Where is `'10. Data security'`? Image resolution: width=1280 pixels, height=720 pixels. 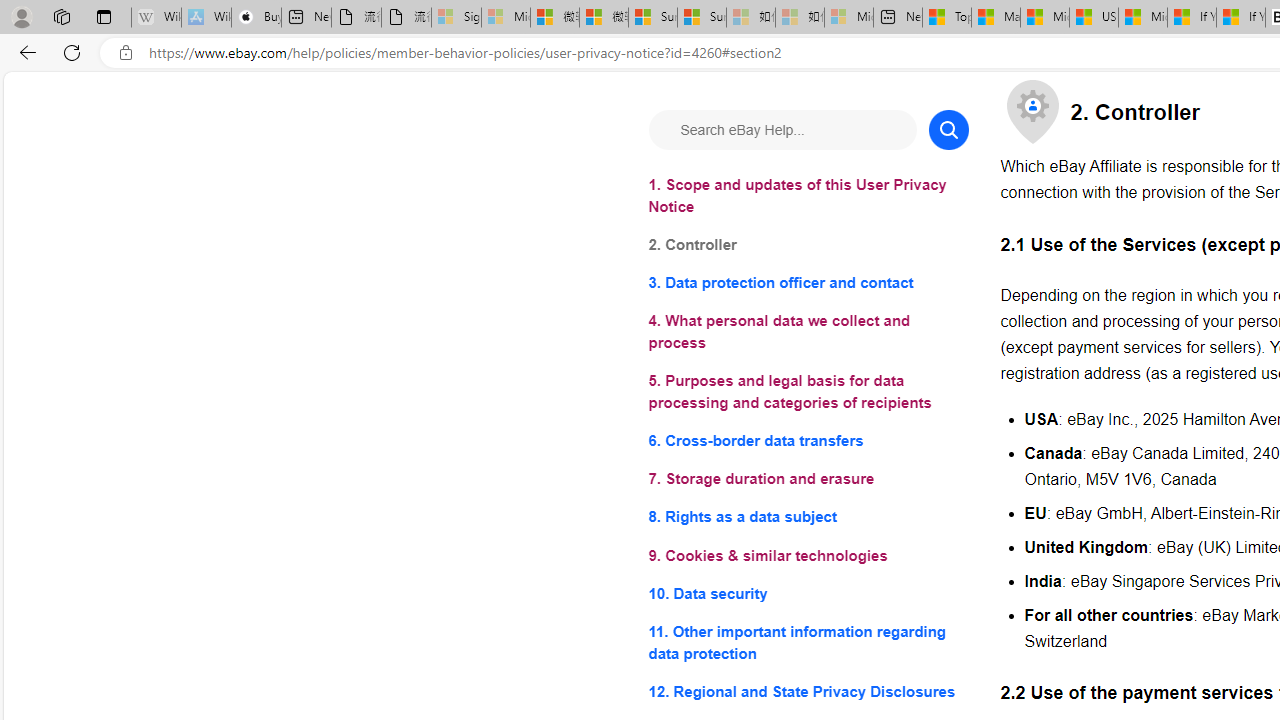
'10. Data security' is located at coordinates (808, 592).